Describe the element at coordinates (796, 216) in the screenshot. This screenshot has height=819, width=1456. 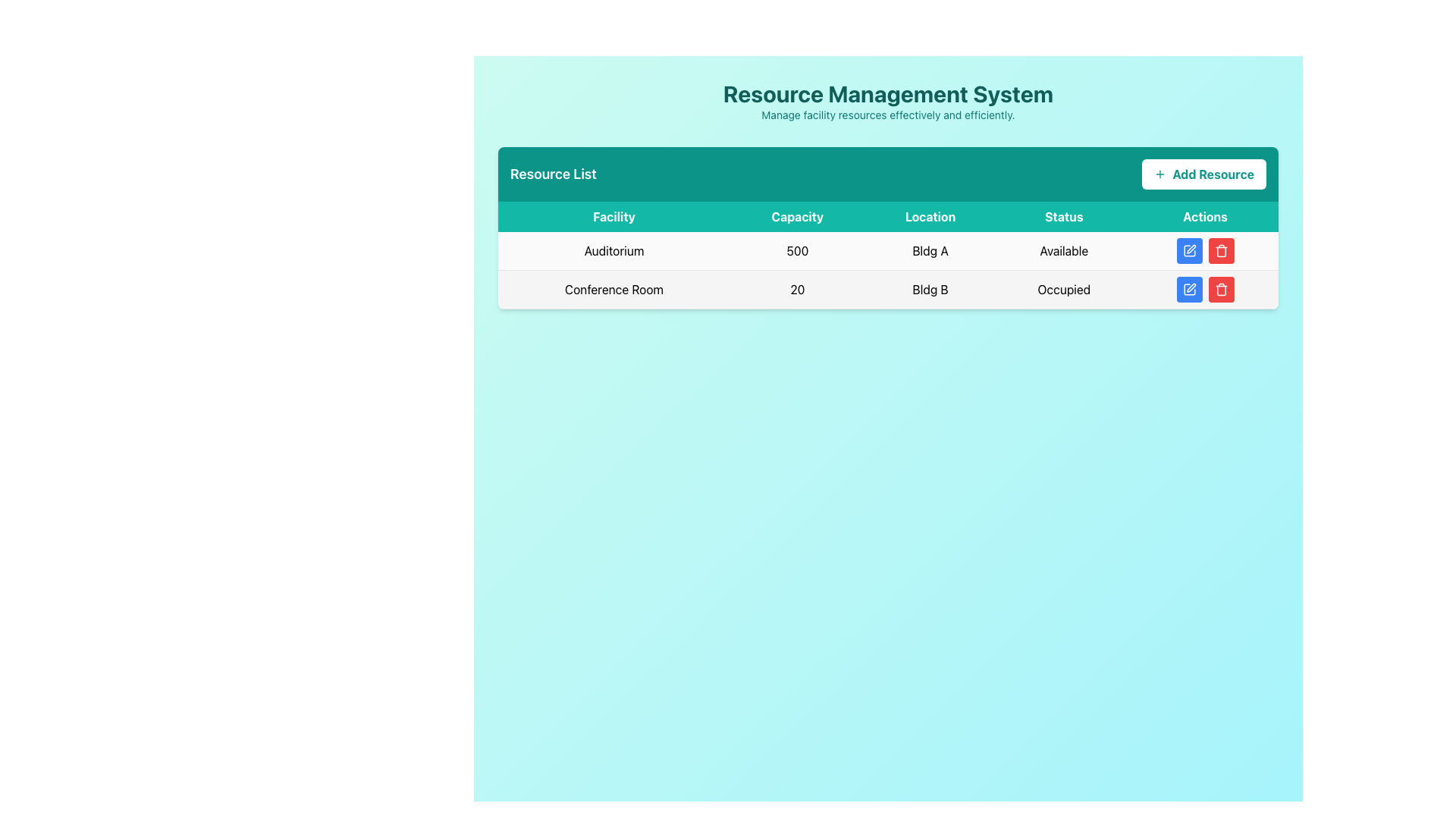
I see `the 'Capacity' column header in the table, which is the second header in a row of headers labeled 'Facility', 'Capacity', 'Location', 'Status', and 'Actions'` at that location.